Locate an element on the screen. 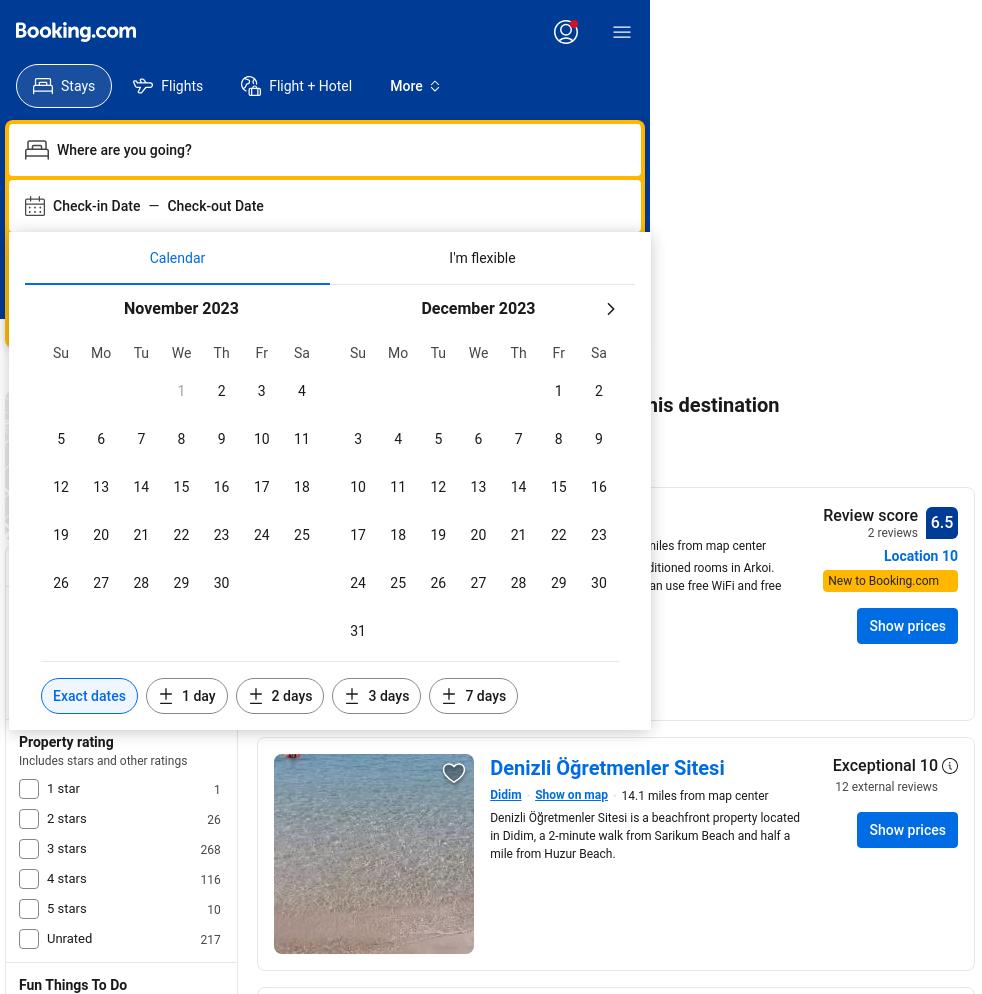 This screenshot has width=982, height=994. 'Includes stars and other ratings' is located at coordinates (102, 760).